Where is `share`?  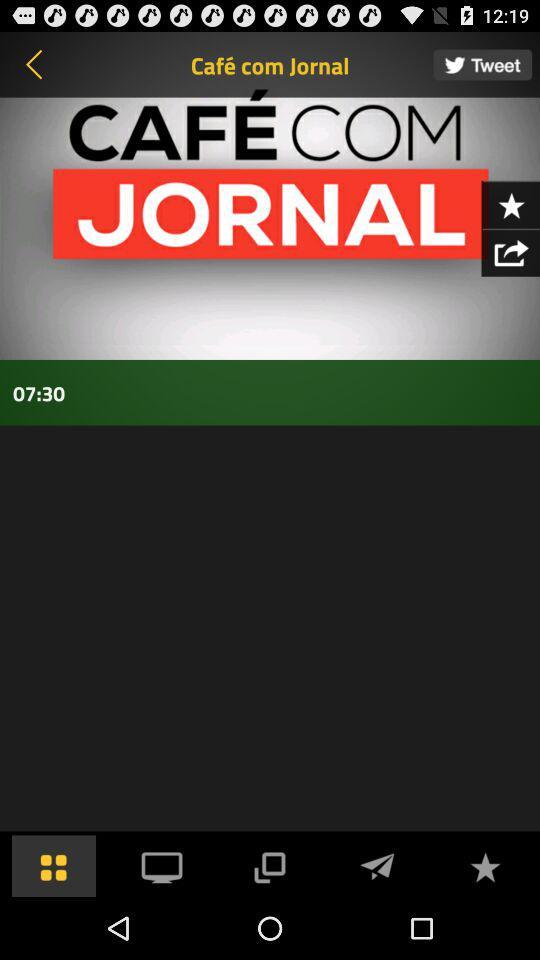
share is located at coordinates (510, 251).